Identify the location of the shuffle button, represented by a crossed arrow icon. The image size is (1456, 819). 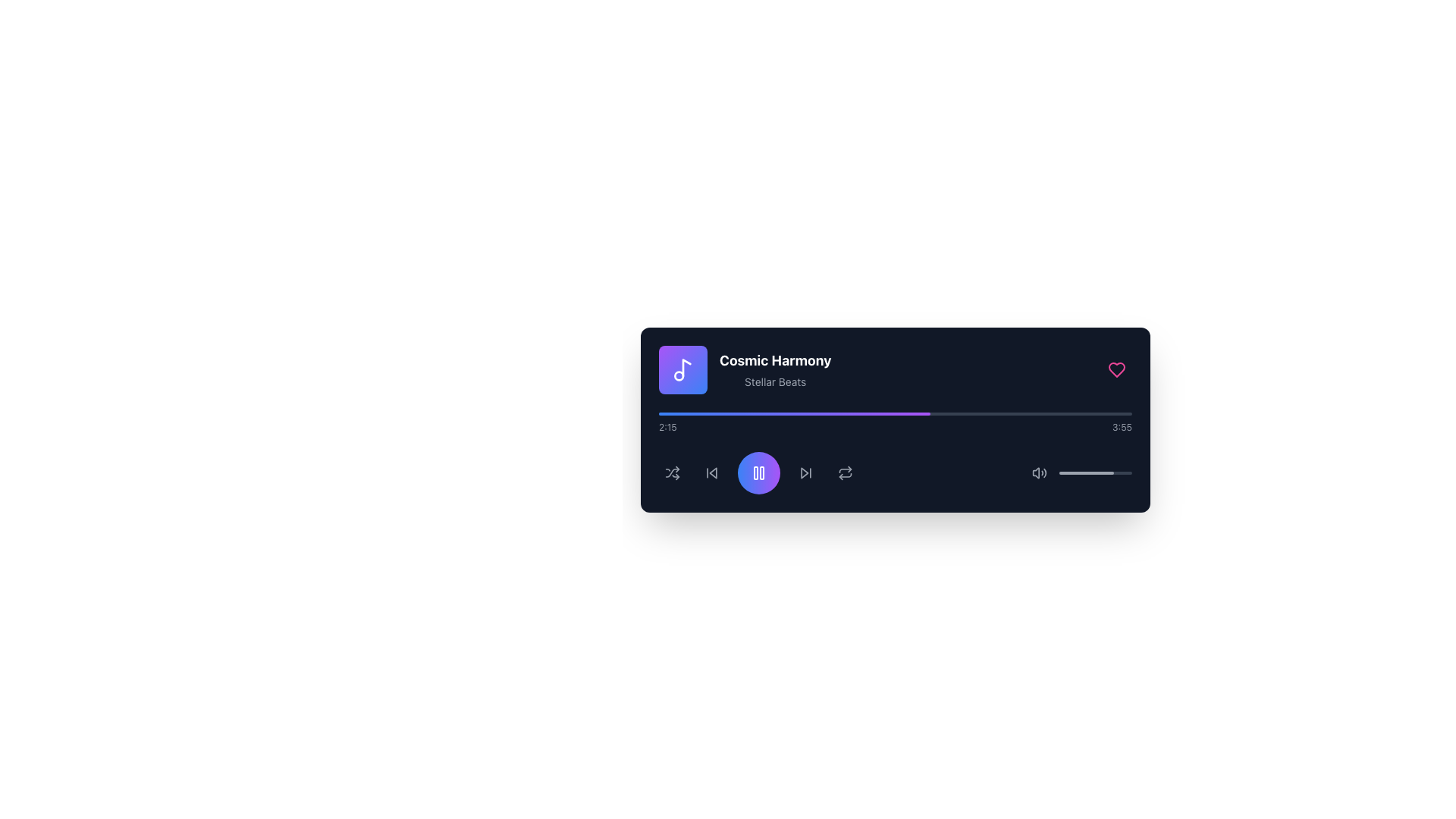
(672, 472).